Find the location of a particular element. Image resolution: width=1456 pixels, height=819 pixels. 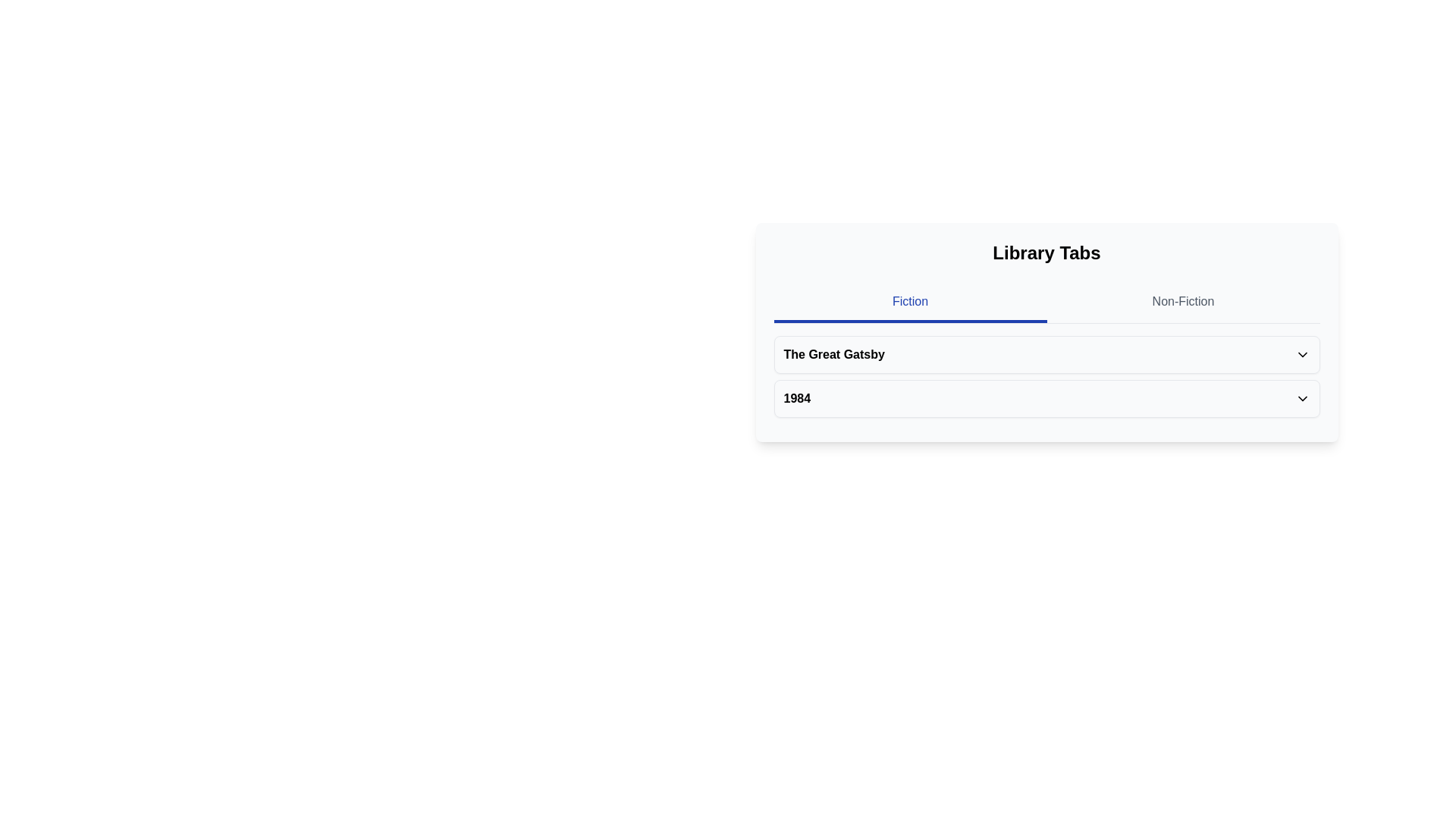

the dropdown selection option labeled '1984' is located at coordinates (1046, 397).